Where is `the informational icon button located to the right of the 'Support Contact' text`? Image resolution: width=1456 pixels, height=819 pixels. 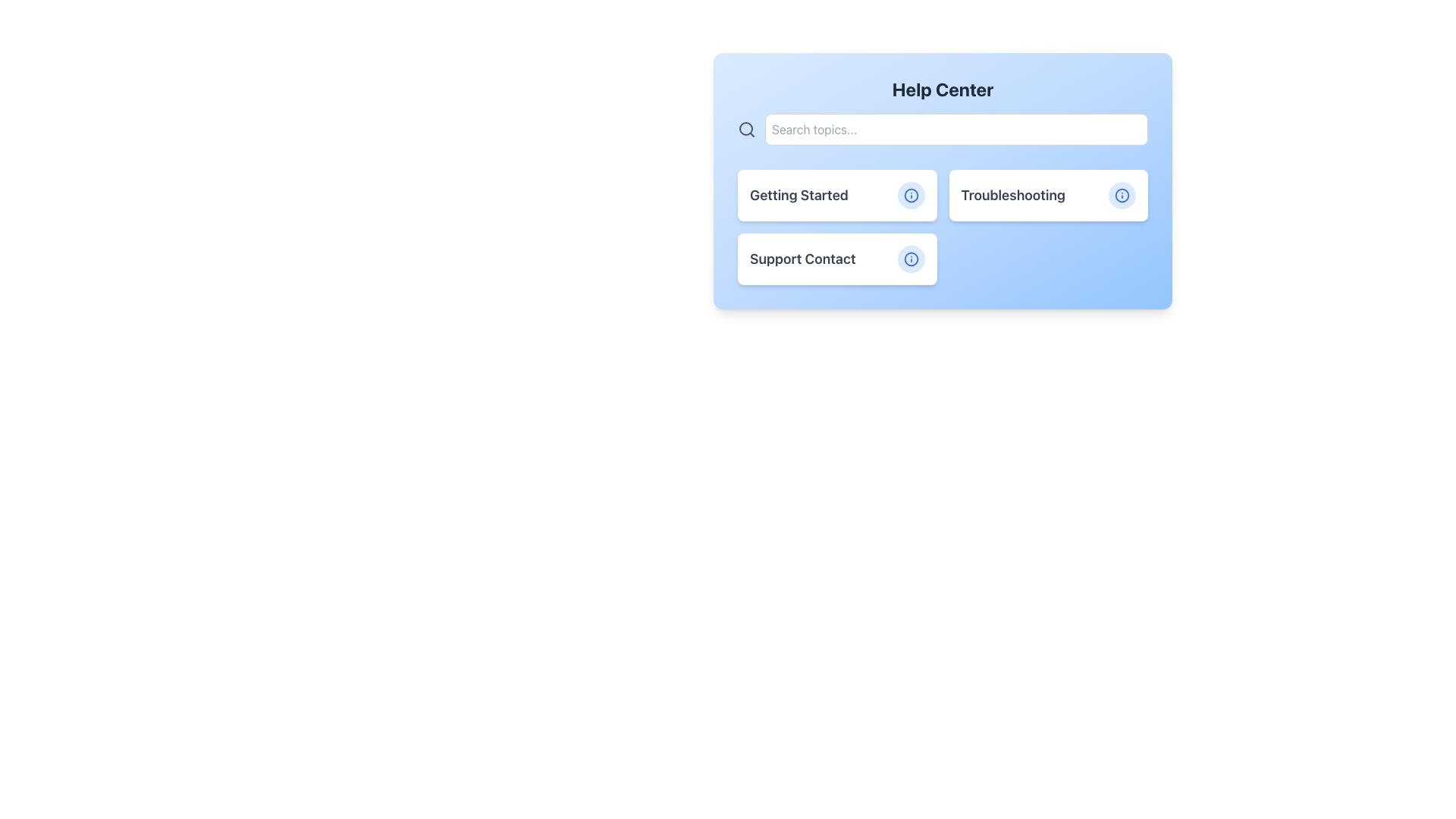
the informational icon button located to the right of the 'Support Contact' text is located at coordinates (910, 259).